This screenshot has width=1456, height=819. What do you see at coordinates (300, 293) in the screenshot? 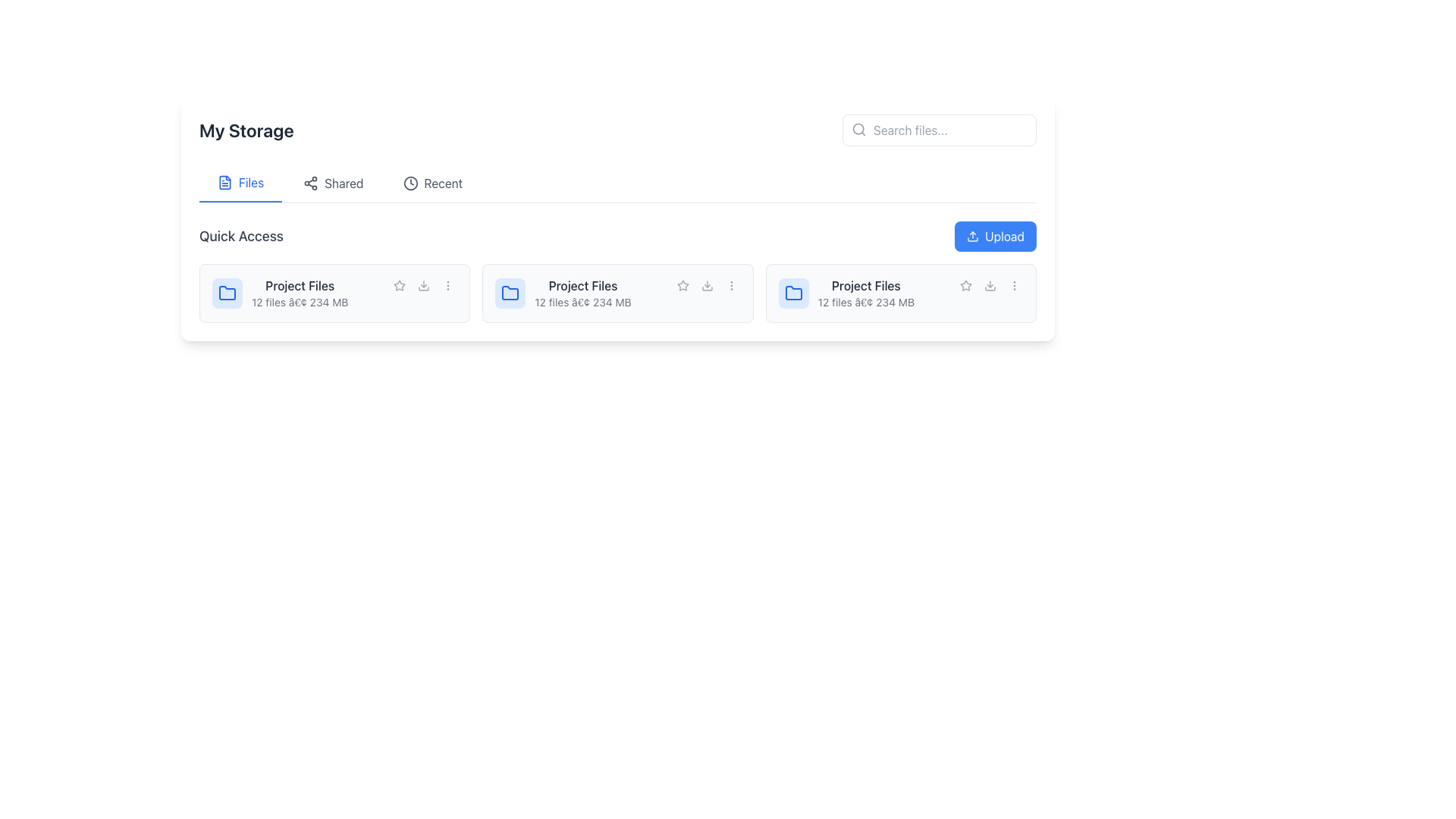
I see `the 'Project Files' text label, which displays 'Project Files' in bold gray and '12 files • 234 MB' beneath it, located in the 'Quick Access' section near the upper left of three similar entries` at bounding box center [300, 293].